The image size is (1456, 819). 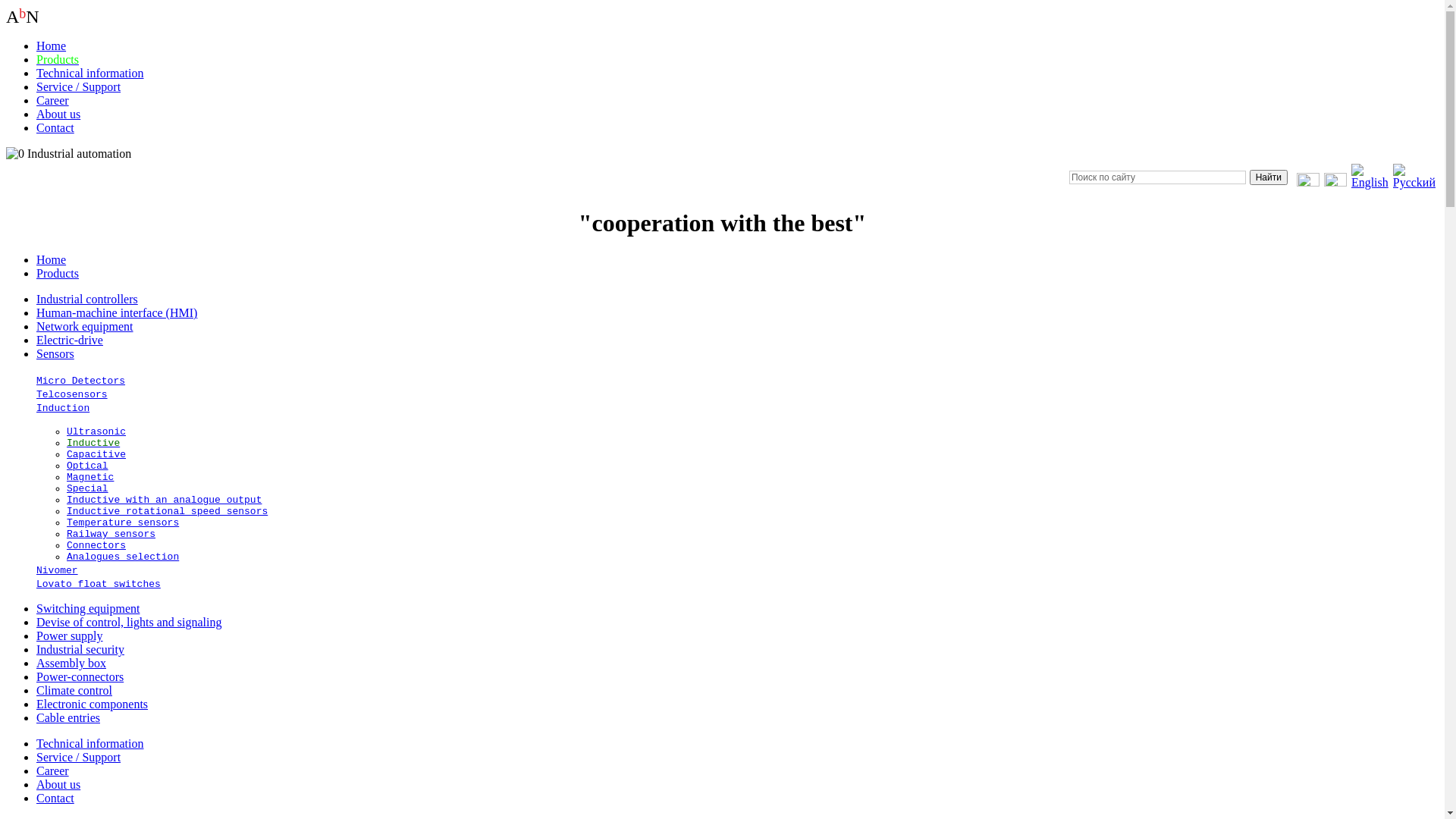 What do you see at coordinates (79, 676) in the screenshot?
I see `'Power-connectors'` at bounding box center [79, 676].